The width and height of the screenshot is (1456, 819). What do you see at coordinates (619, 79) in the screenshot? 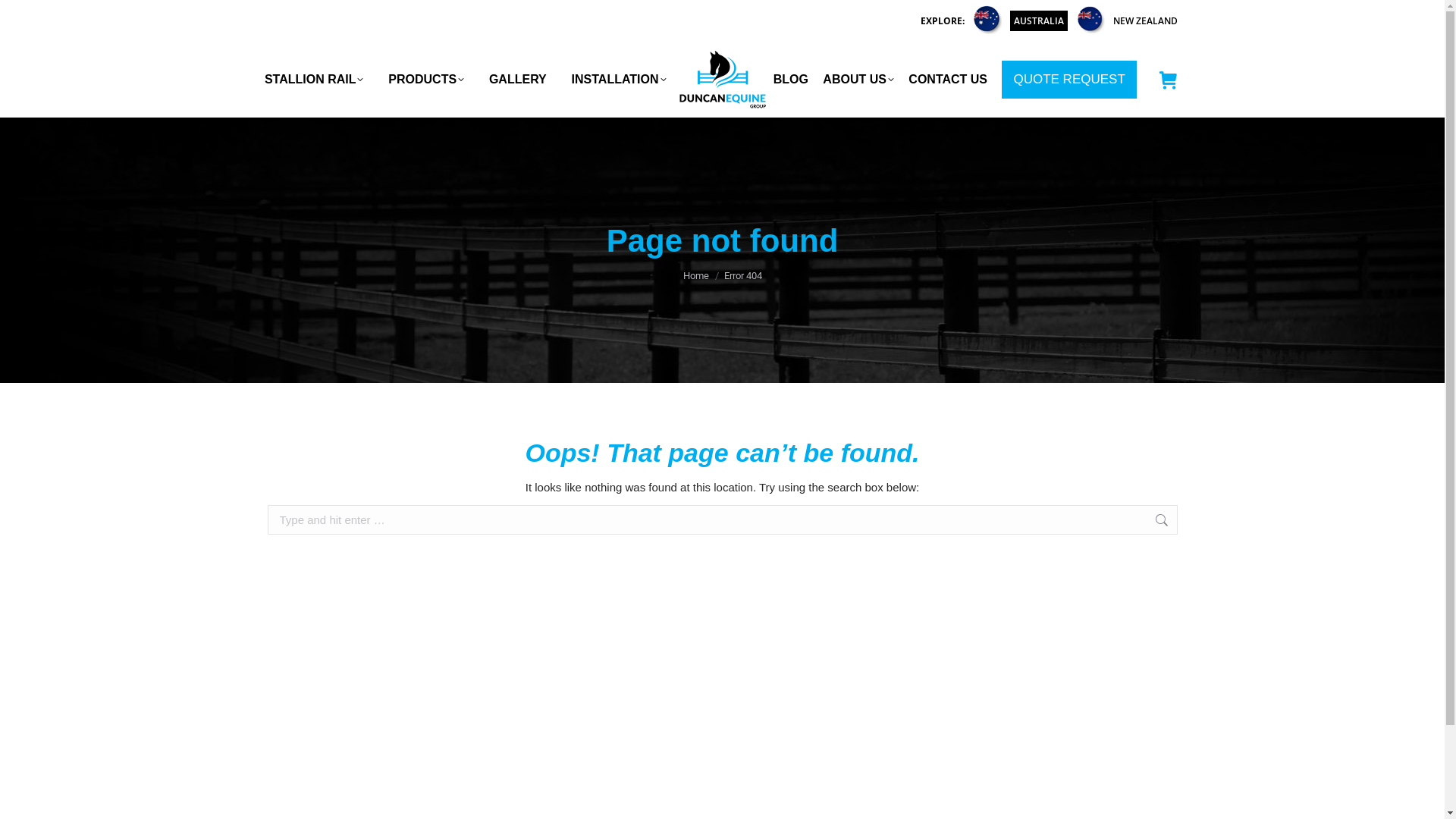
I see `'INSTALLATION'` at bounding box center [619, 79].